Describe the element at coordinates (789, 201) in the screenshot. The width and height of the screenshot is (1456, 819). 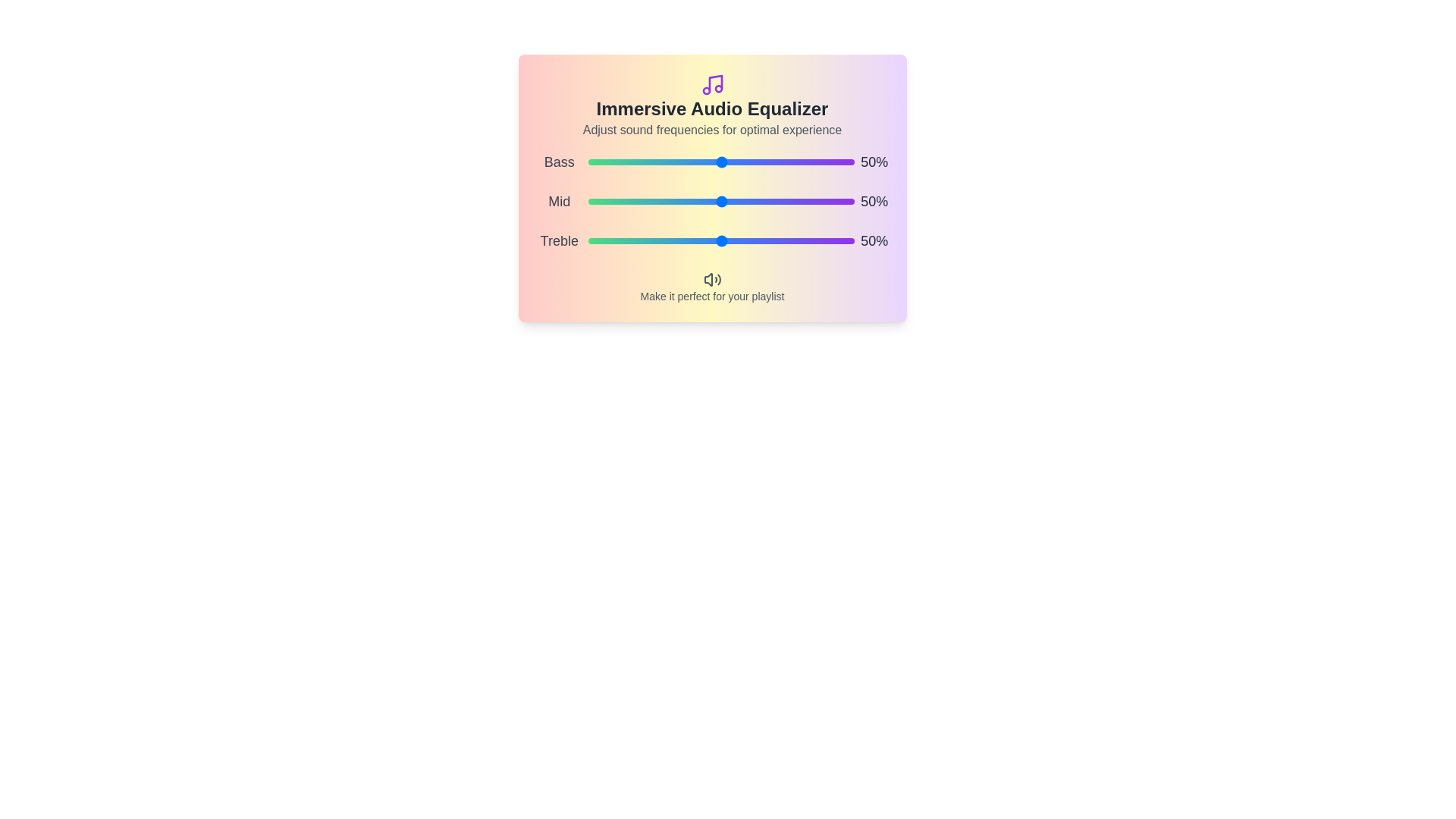
I see `the 1 slider to 52%` at that location.